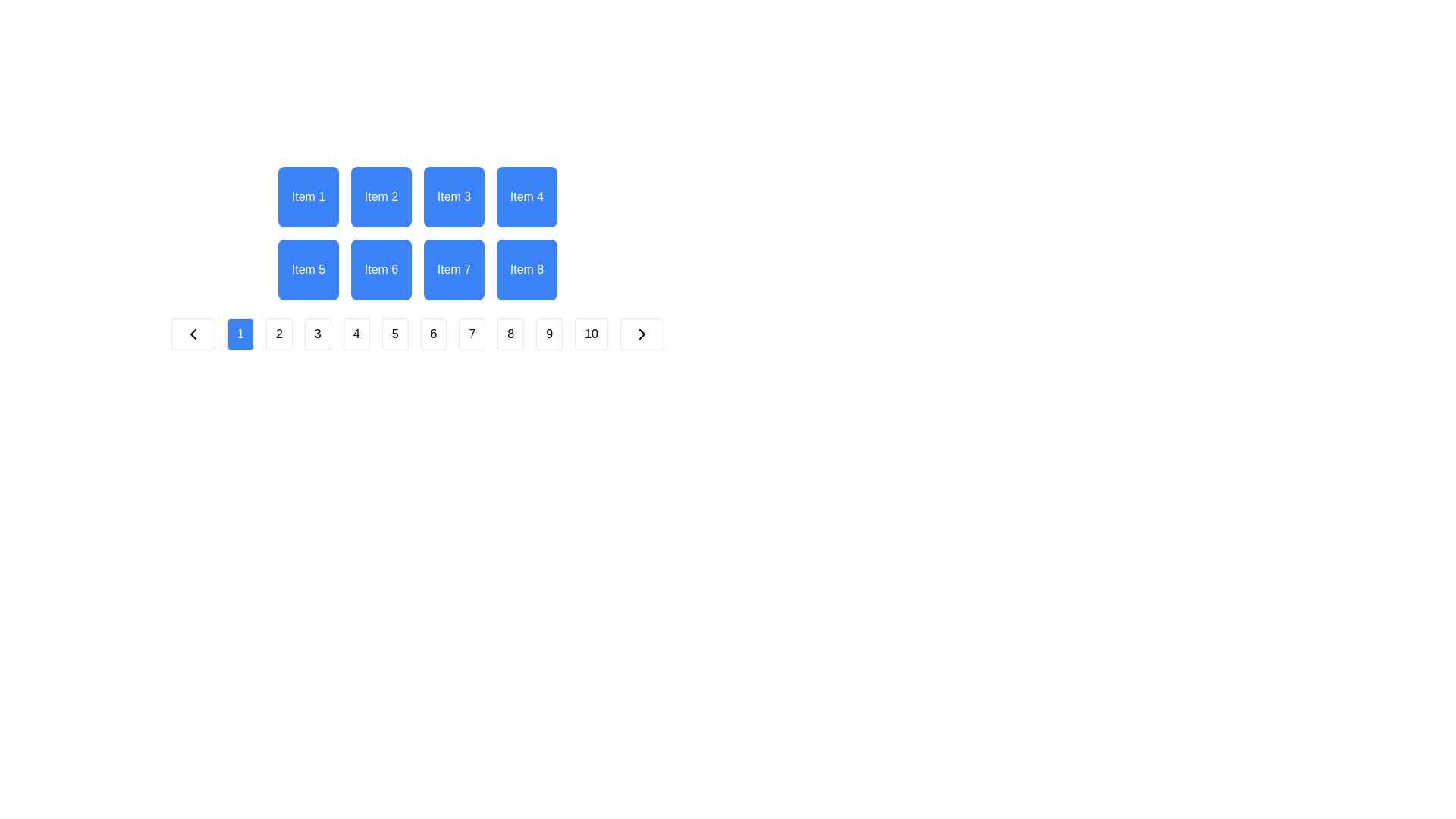  Describe the element at coordinates (642, 333) in the screenshot. I see `the pagination button located to the far right of the numeric buttons following button '10'` at that location.